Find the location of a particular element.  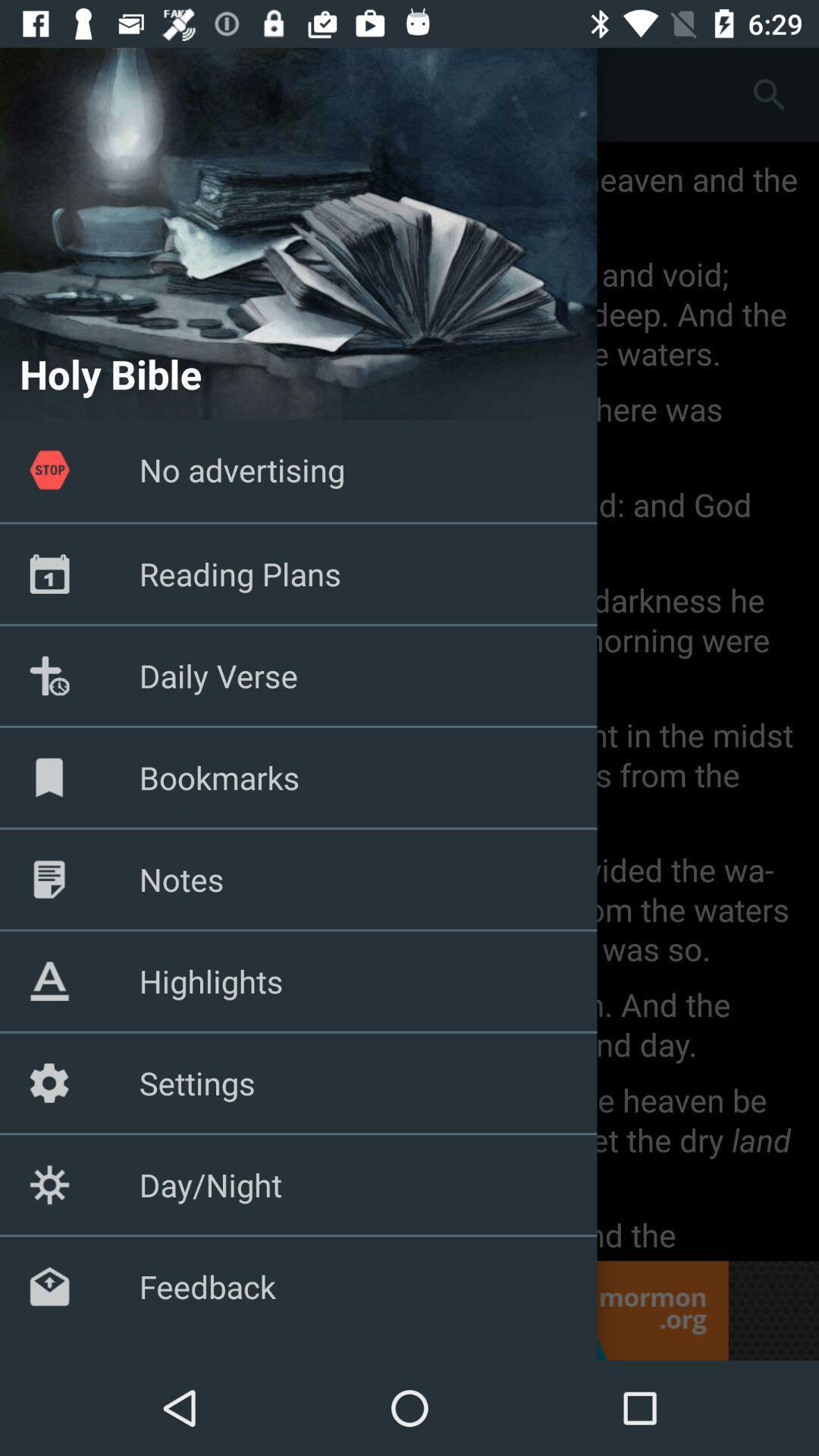

the search icon is located at coordinates (769, 93).